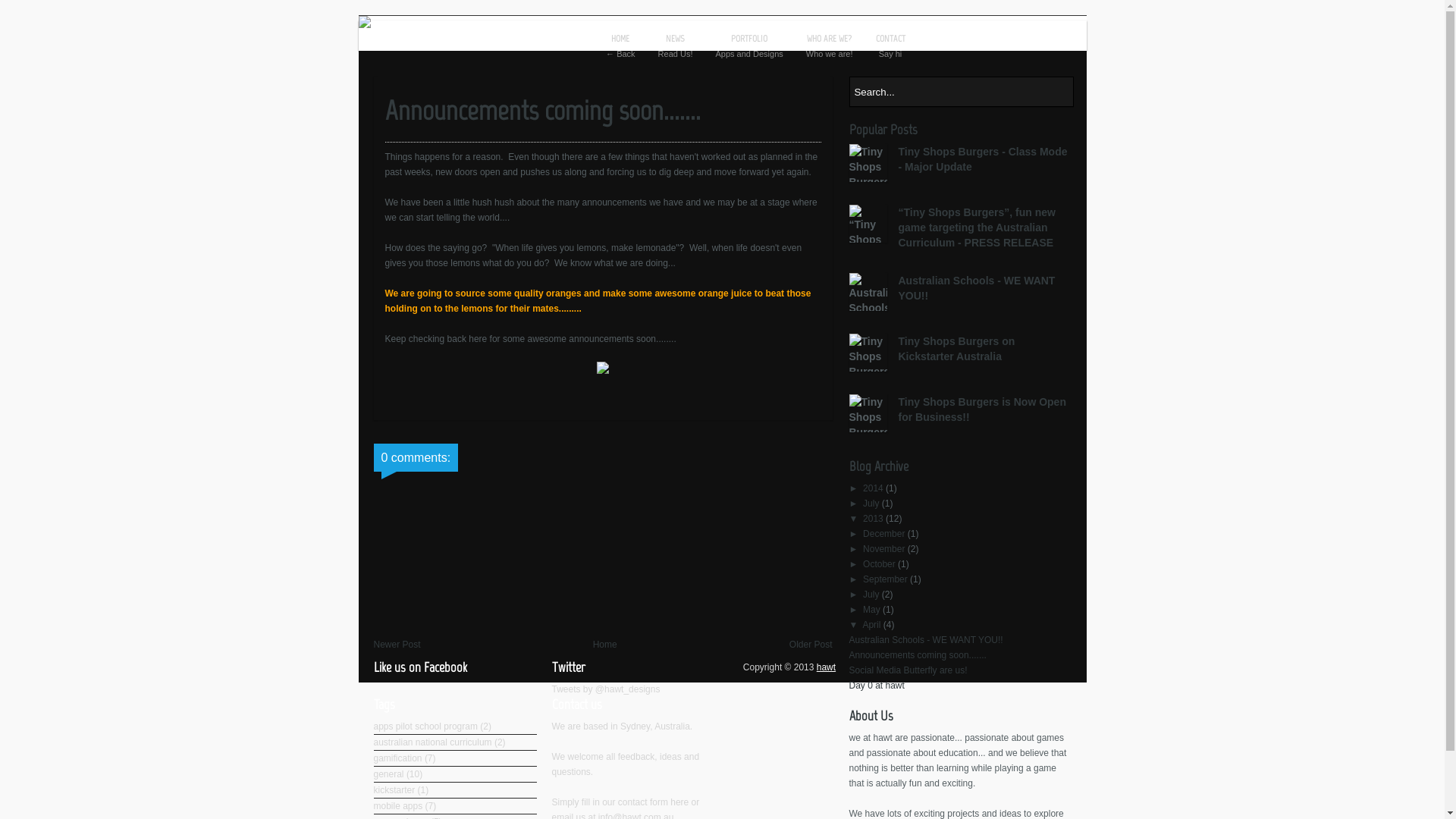 This screenshot has width=1456, height=819. What do you see at coordinates (397, 644) in the screenshot?
I see `'Newer Post'` at bounding box center [397, 644].